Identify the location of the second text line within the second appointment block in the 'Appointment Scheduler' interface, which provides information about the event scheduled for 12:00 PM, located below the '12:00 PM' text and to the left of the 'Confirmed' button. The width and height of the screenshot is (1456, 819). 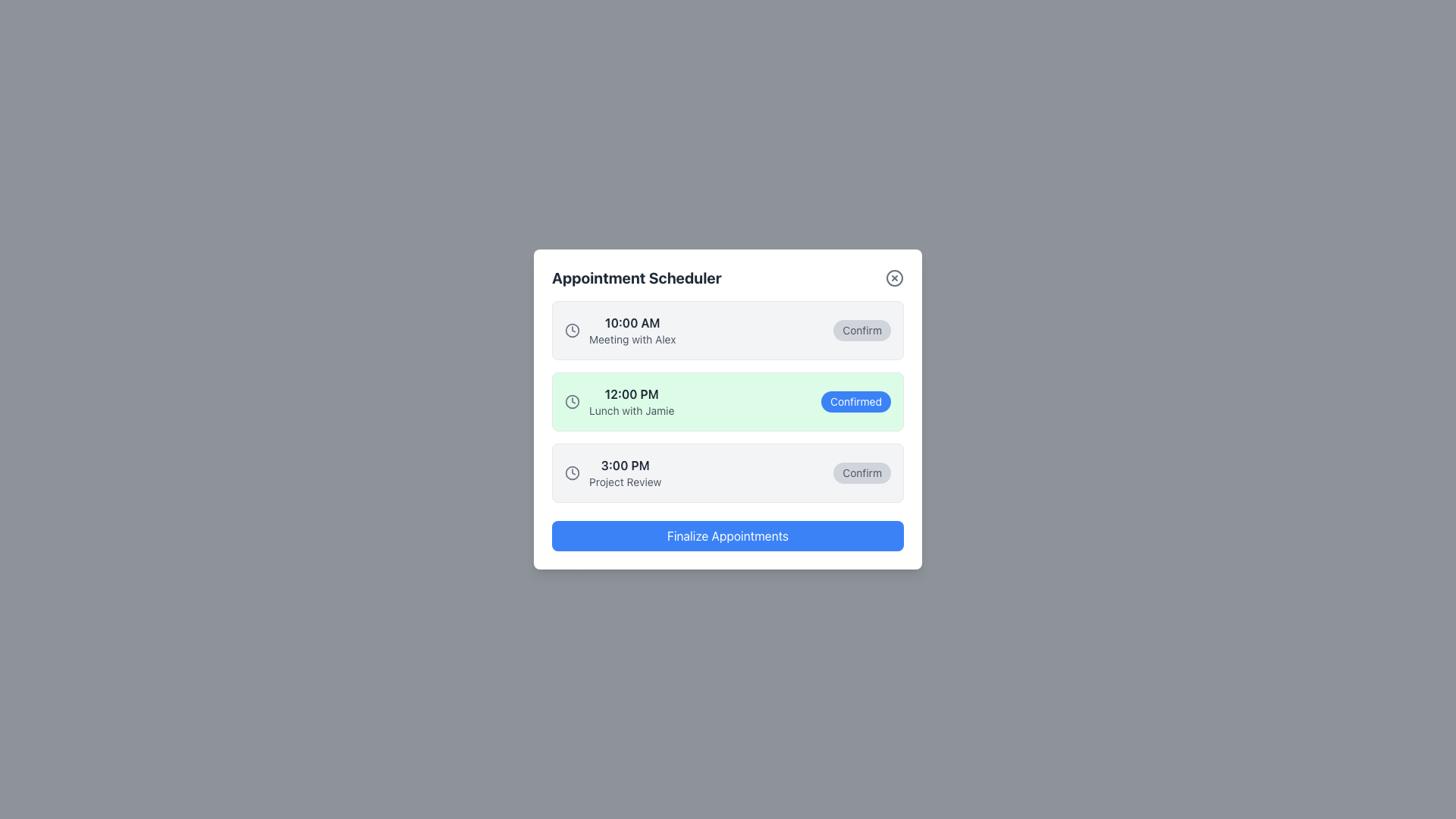
(632, 411).